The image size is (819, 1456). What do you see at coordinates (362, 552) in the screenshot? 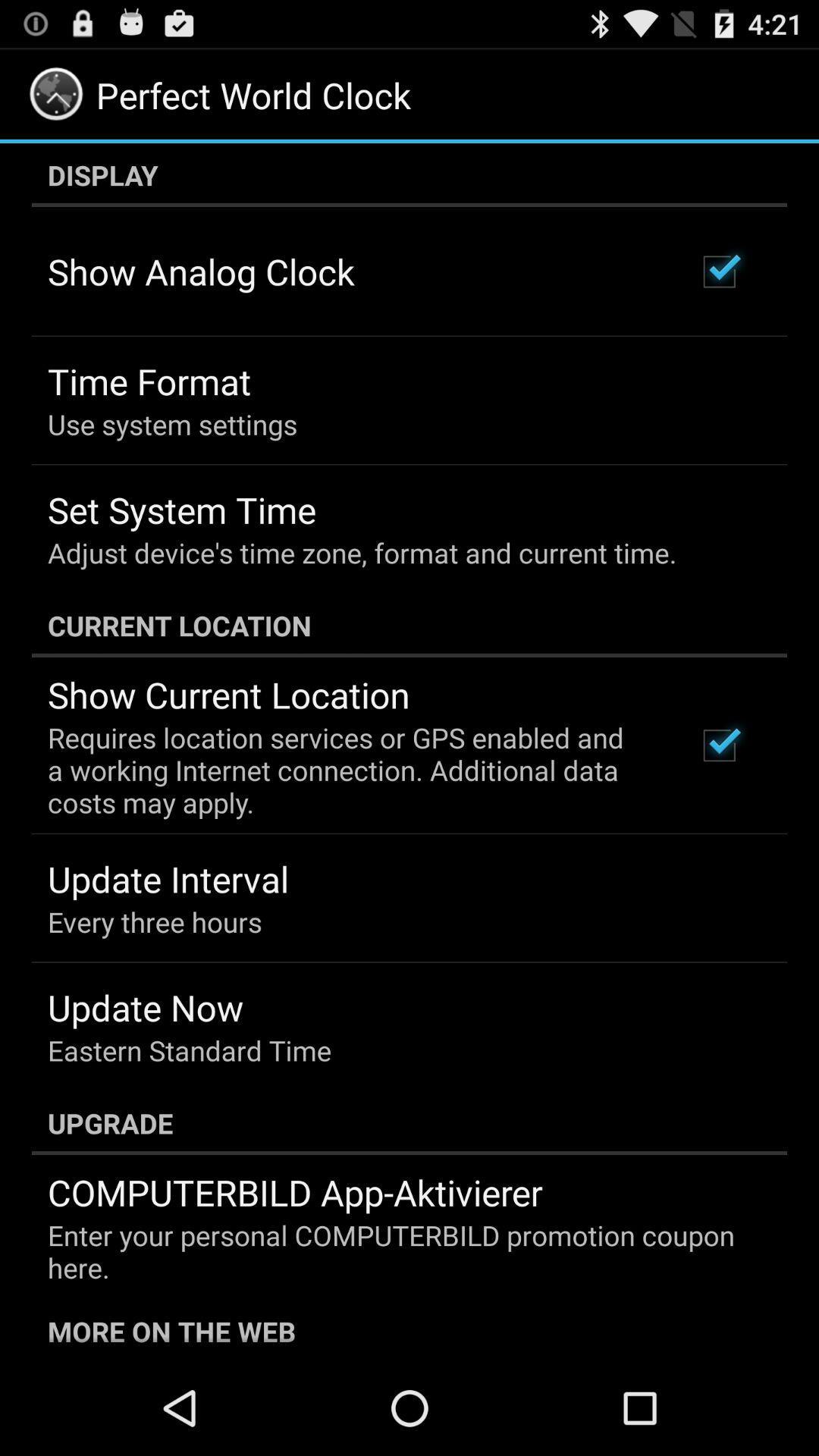
I see `item above current location app` at bounding box center [362, 552].